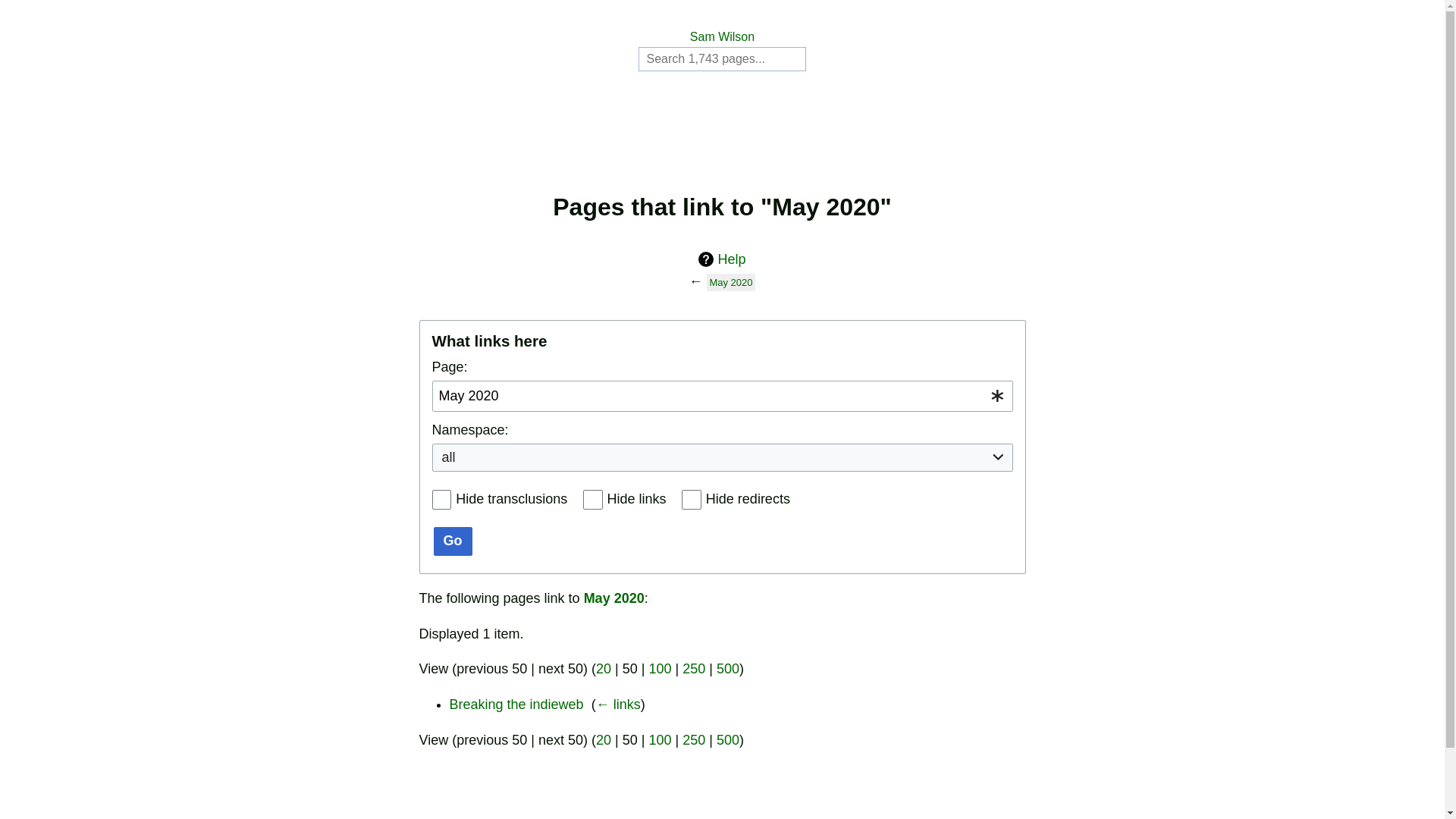  Describe the element at coordinates (603, 668) in the screenshot. I see `'20'` at that location.